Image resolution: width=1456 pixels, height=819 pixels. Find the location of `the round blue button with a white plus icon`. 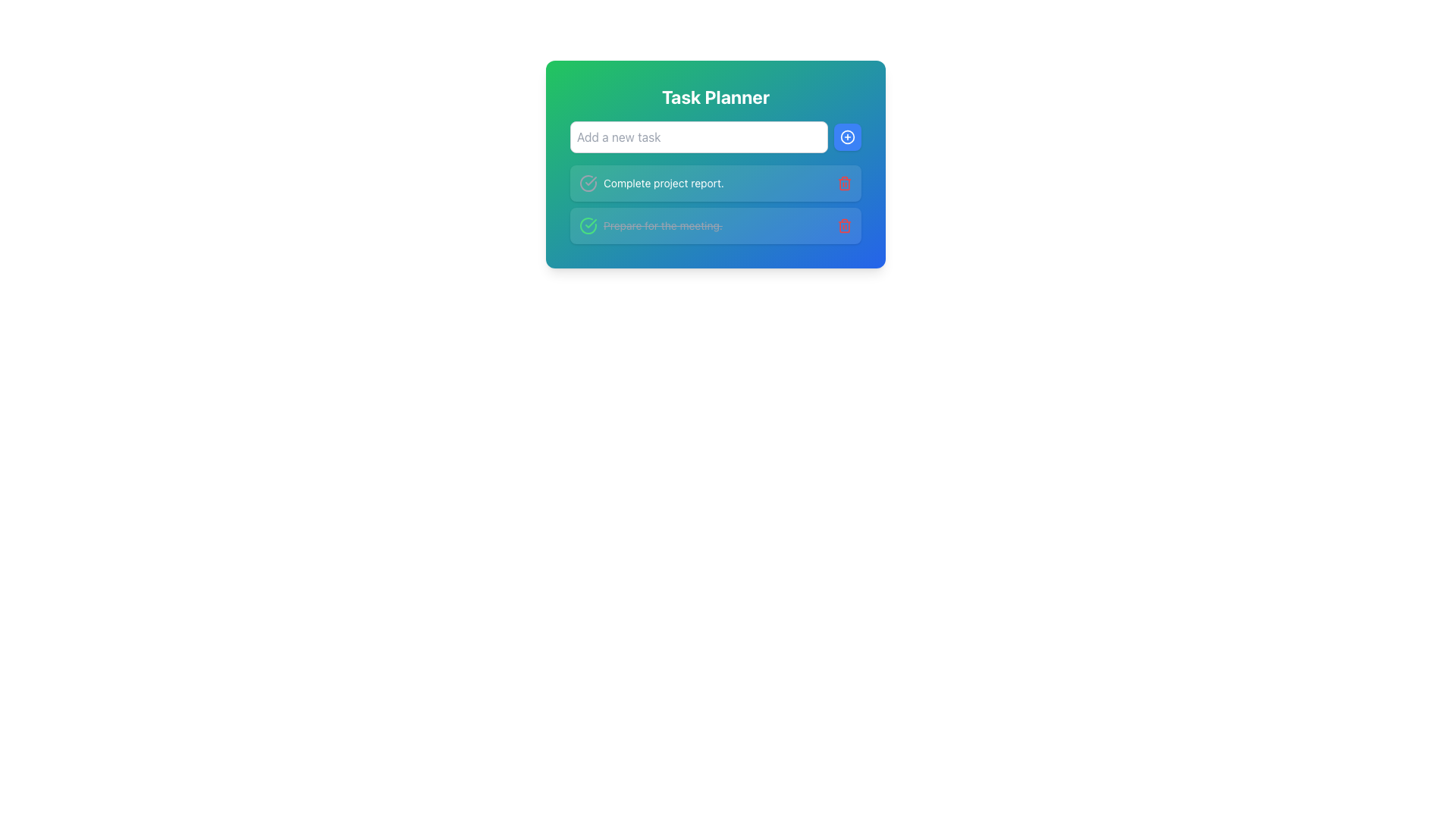

the round blue button with a white plus icon is located at coordinates (847, 137).